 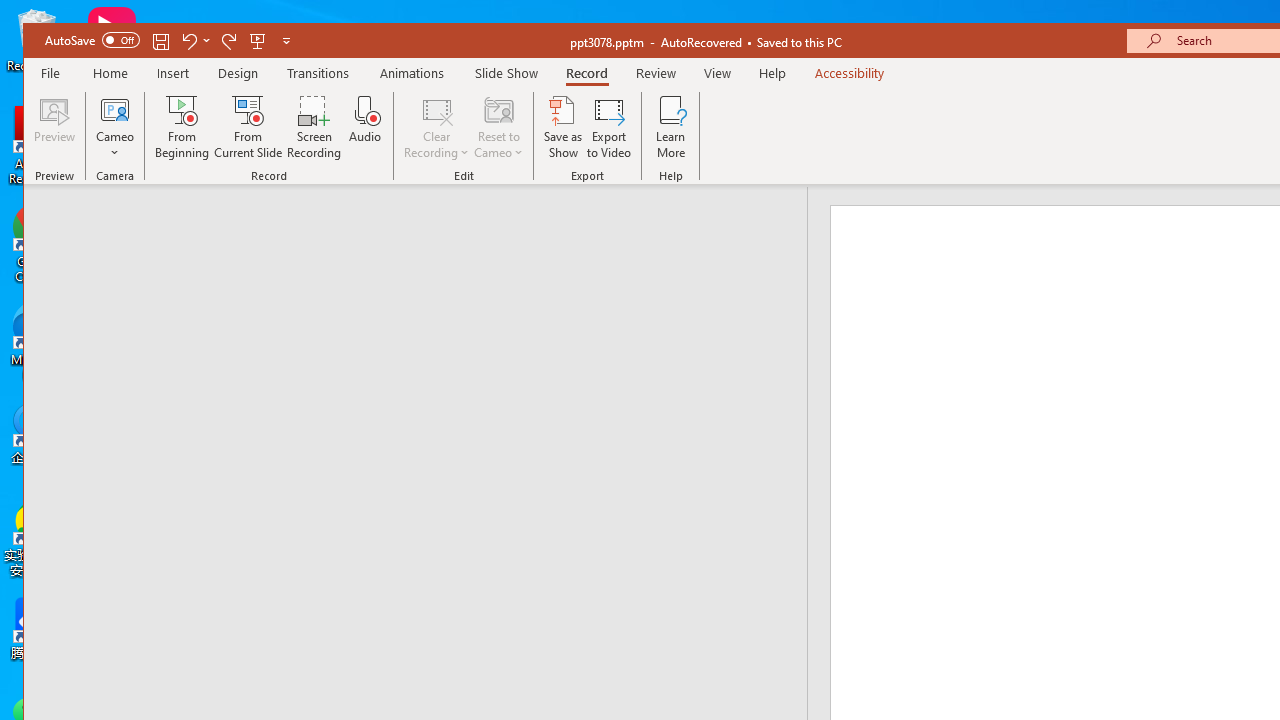 I want to click on 'Clear Recording', so click(x=436, y=127).